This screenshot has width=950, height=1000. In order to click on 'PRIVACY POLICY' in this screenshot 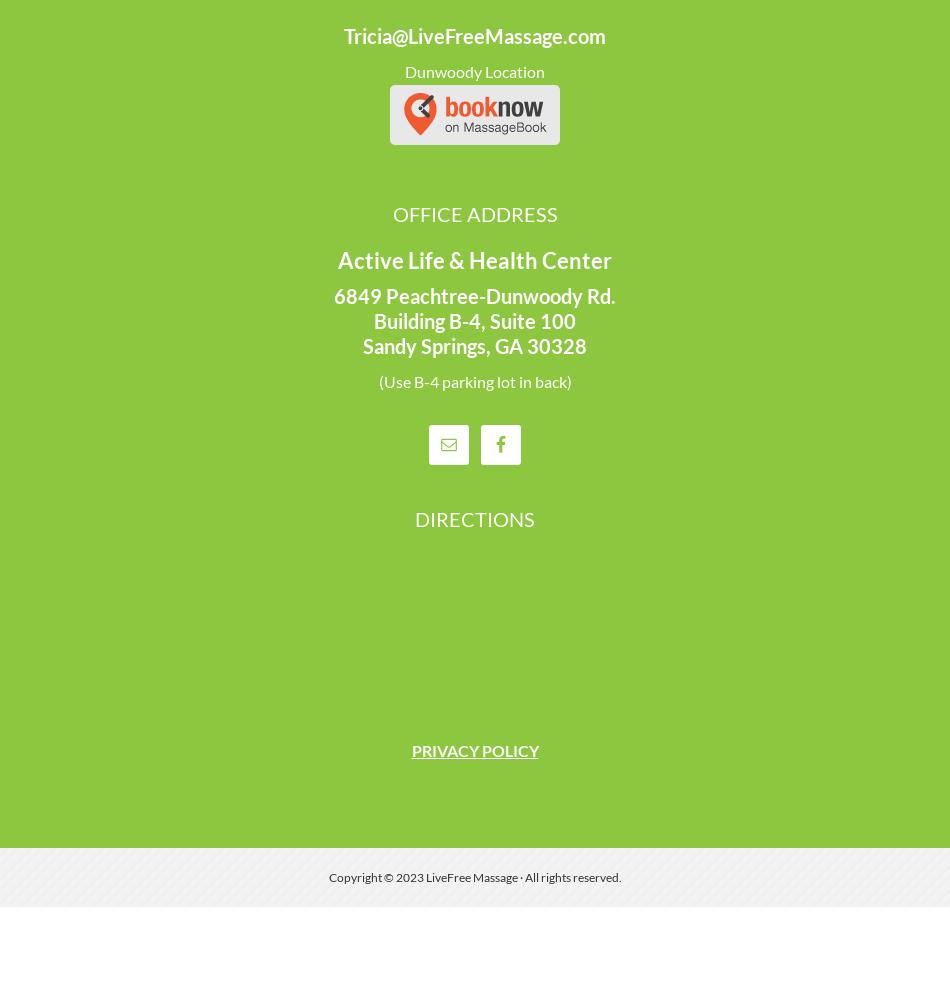, I will do `click(409, 750)`.